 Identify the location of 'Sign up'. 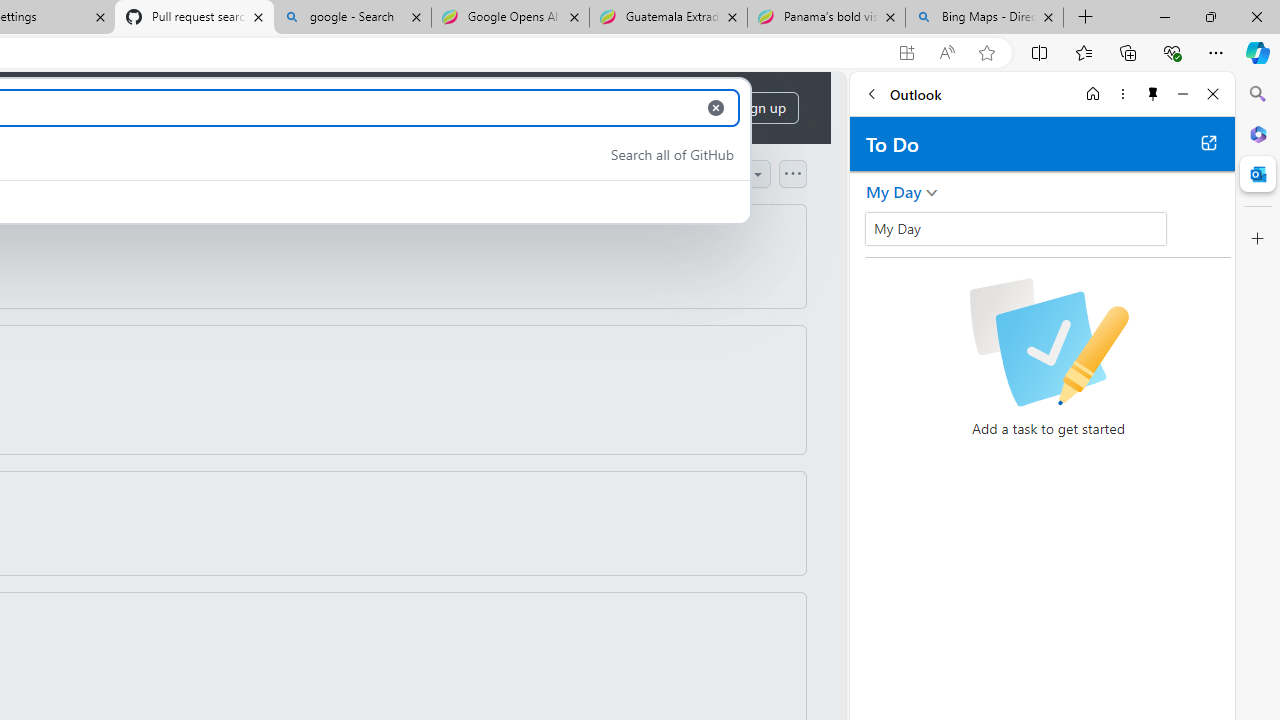
(761, 108).